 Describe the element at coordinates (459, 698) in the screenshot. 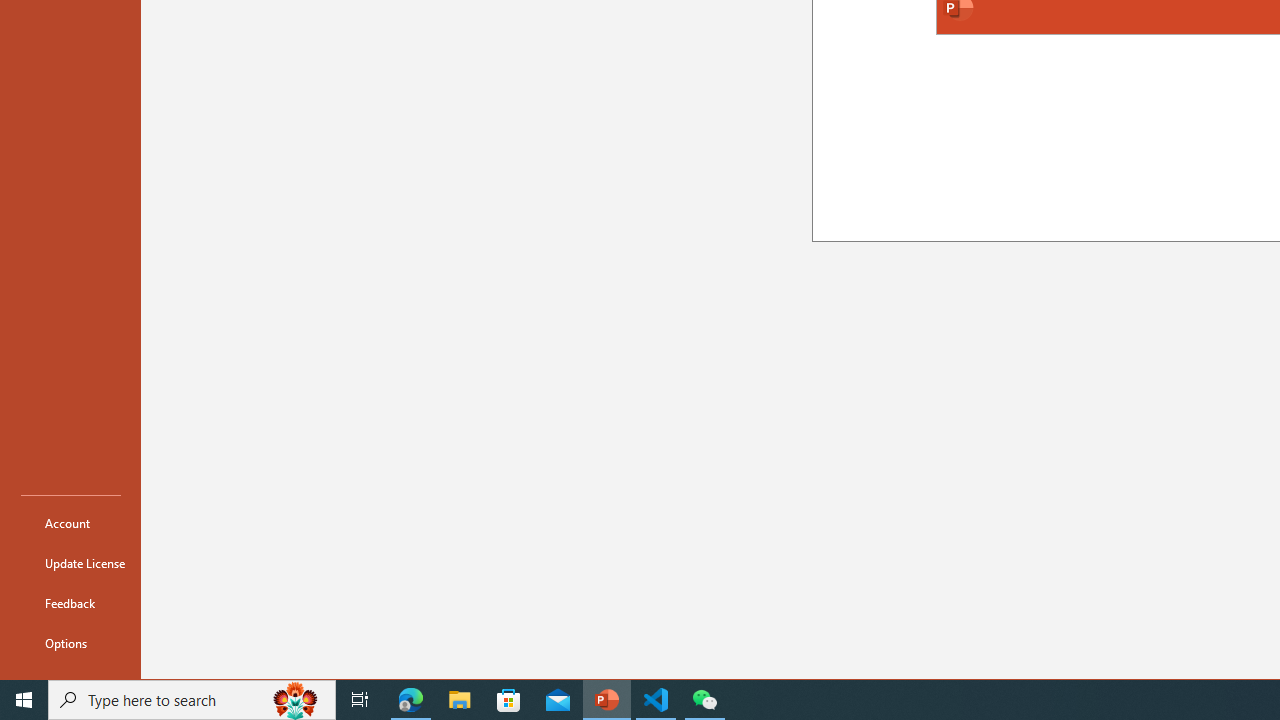

I see `'File Explorer'` at that location.